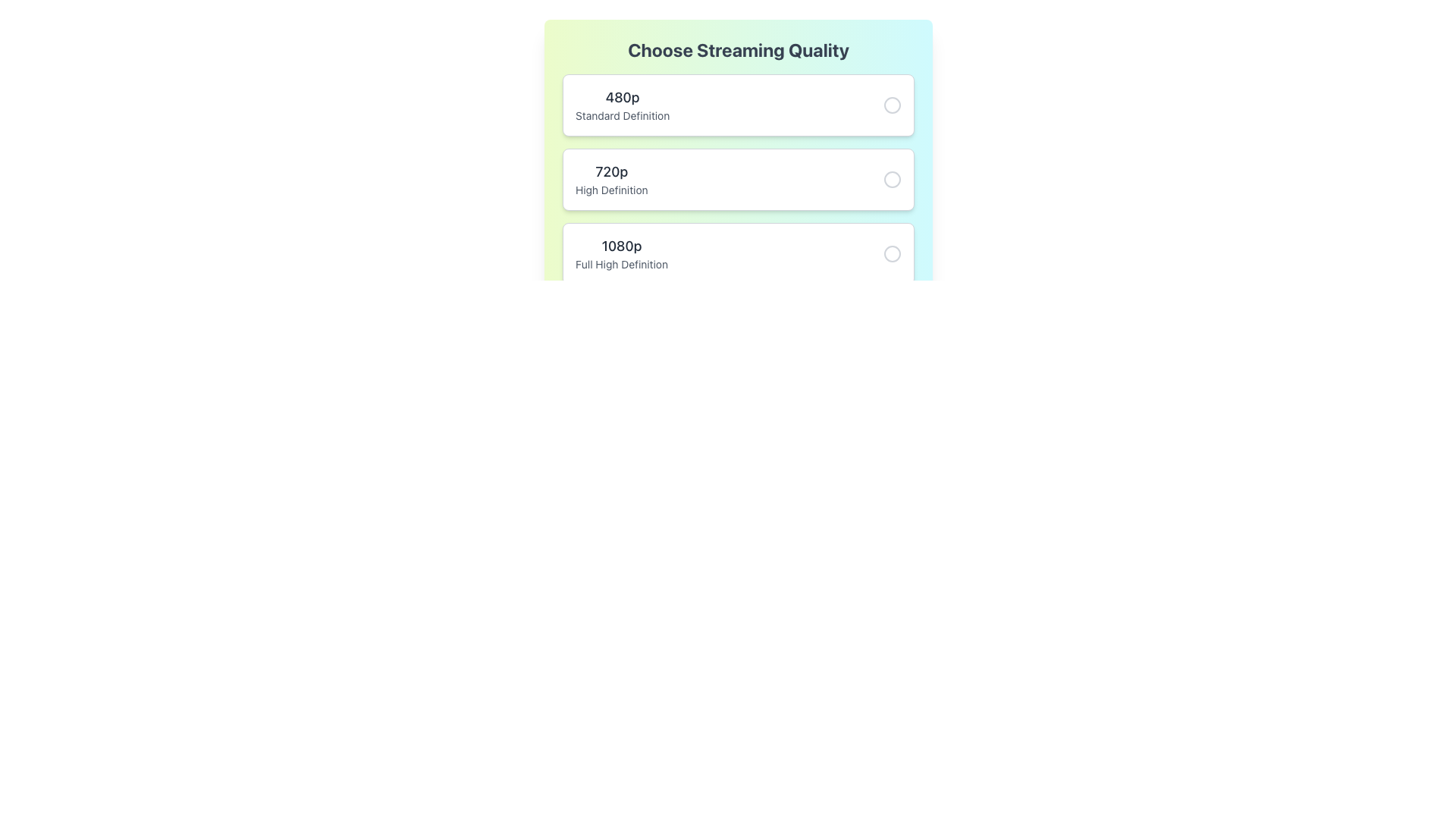 This screenshot has width=1456, height=819. What do you see at coordinates (892, 253) in the screenshot?
I see `the deselected radio button styled as a hollow circle with a gray border, located at the right end of the card labeled '1080p Full High Definition'` at bounding box center [892, 253].